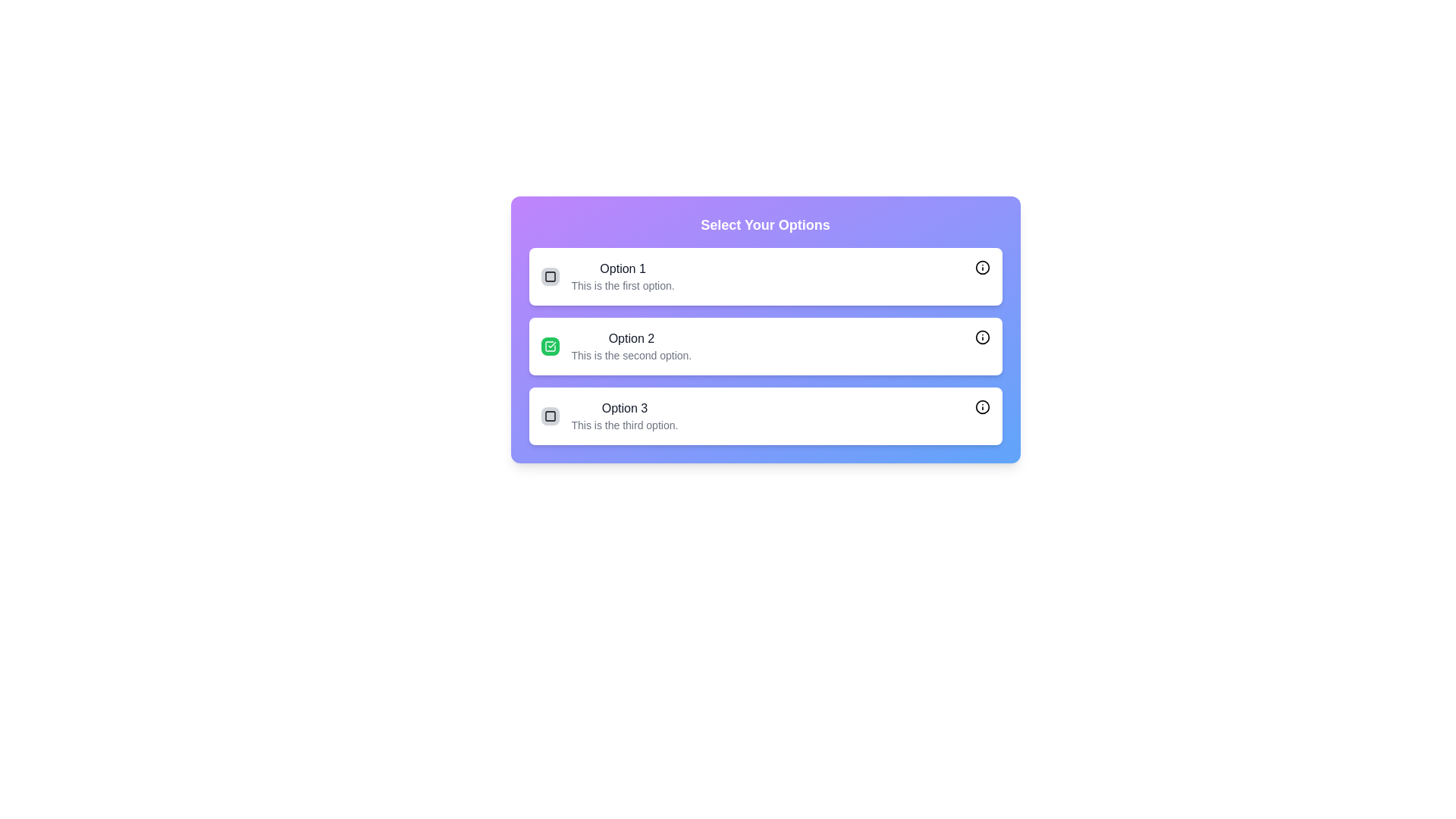 The height and width of the screenshot is (819, 1456). I want to click on the icon indicating 'Option 2' that signifies the option has been selected or marked as completed, so click(549, 346).